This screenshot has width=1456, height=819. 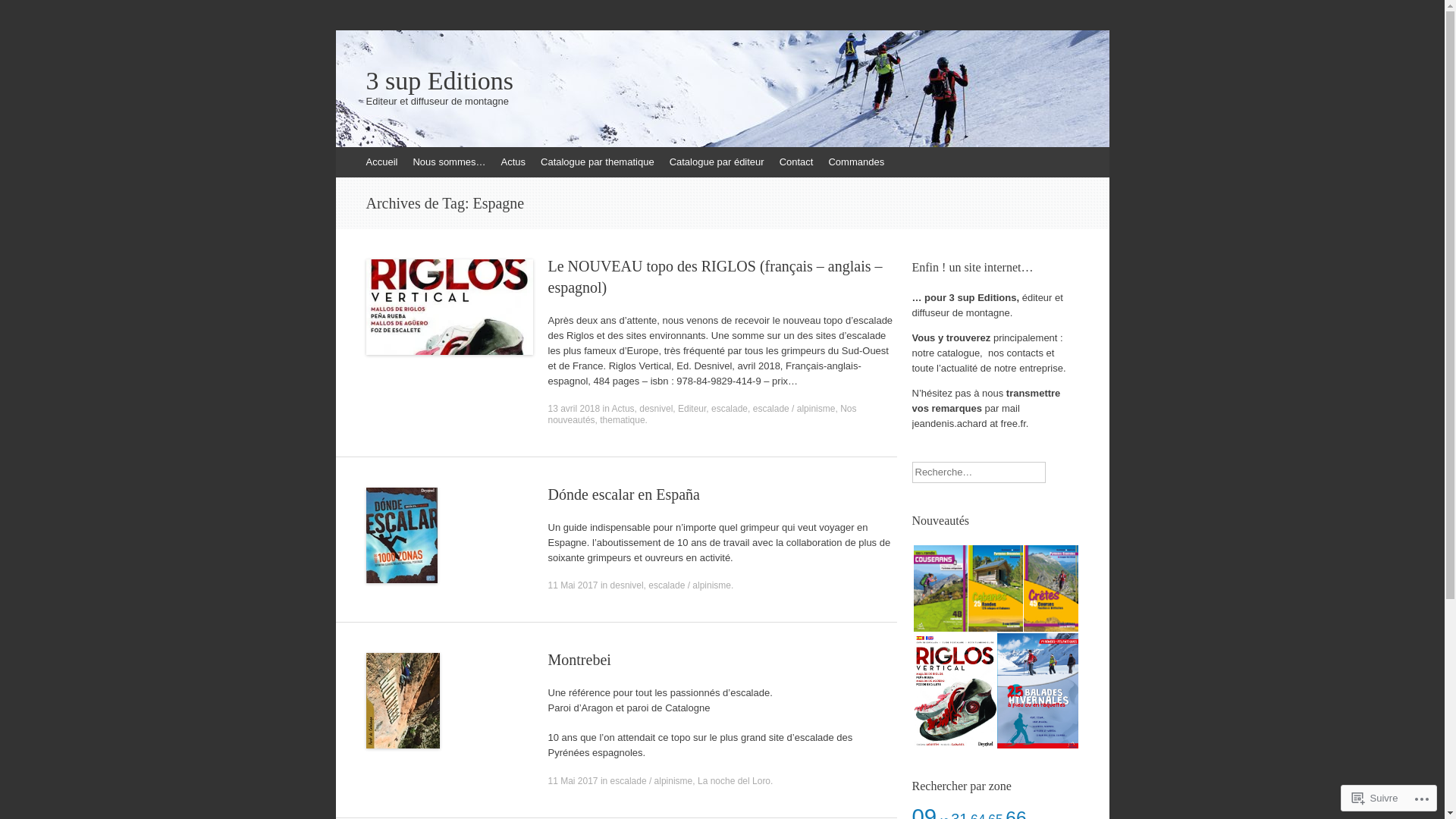 What do you see at coordinates (573, 408) in the screenshot?
I see `'13 avril 2018'` at bounding box center [573, 408].